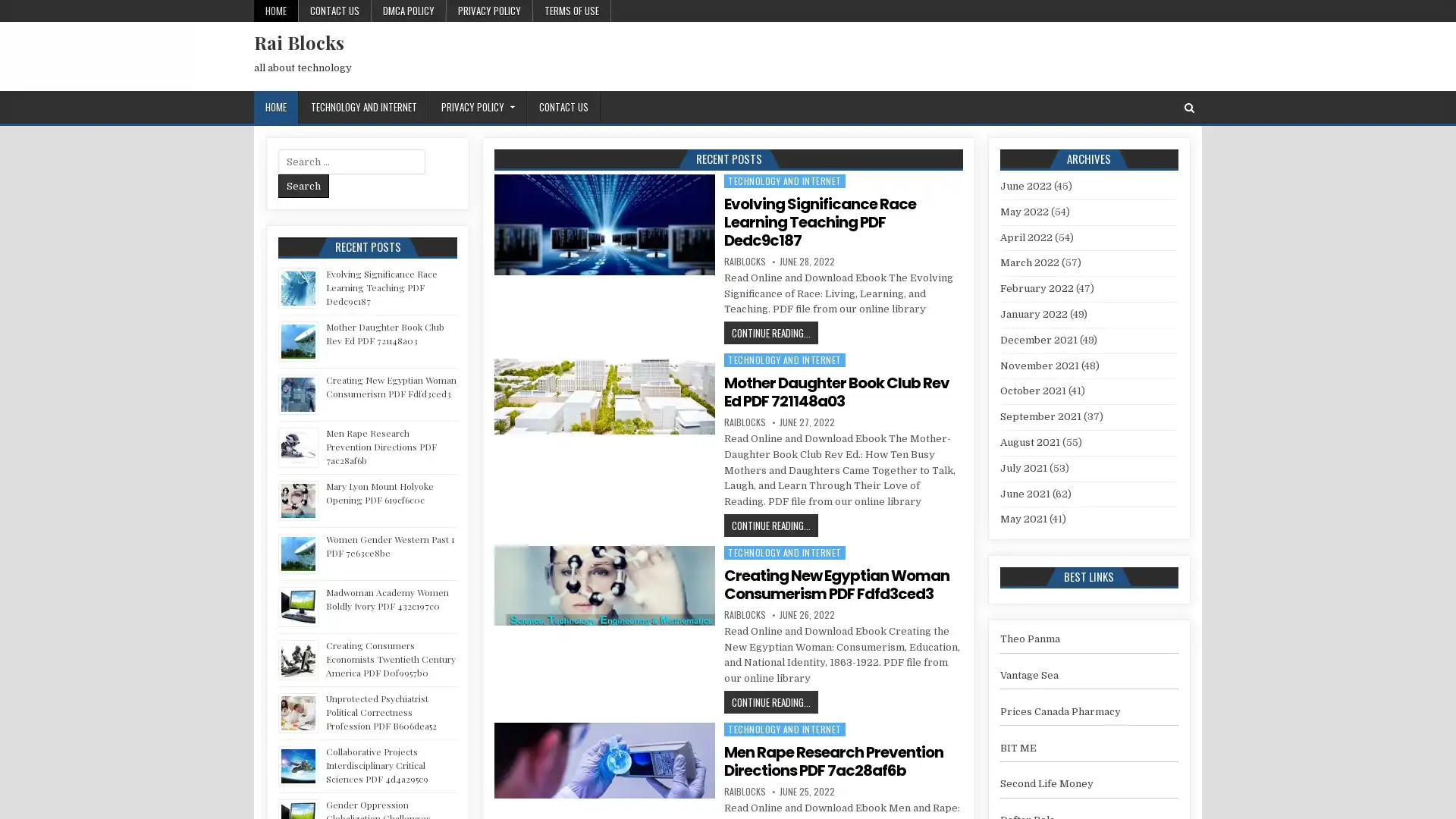  What do you see at coordinates (303, 185) in the screenshot?
I see `Search` at bounding box center [303, 185].